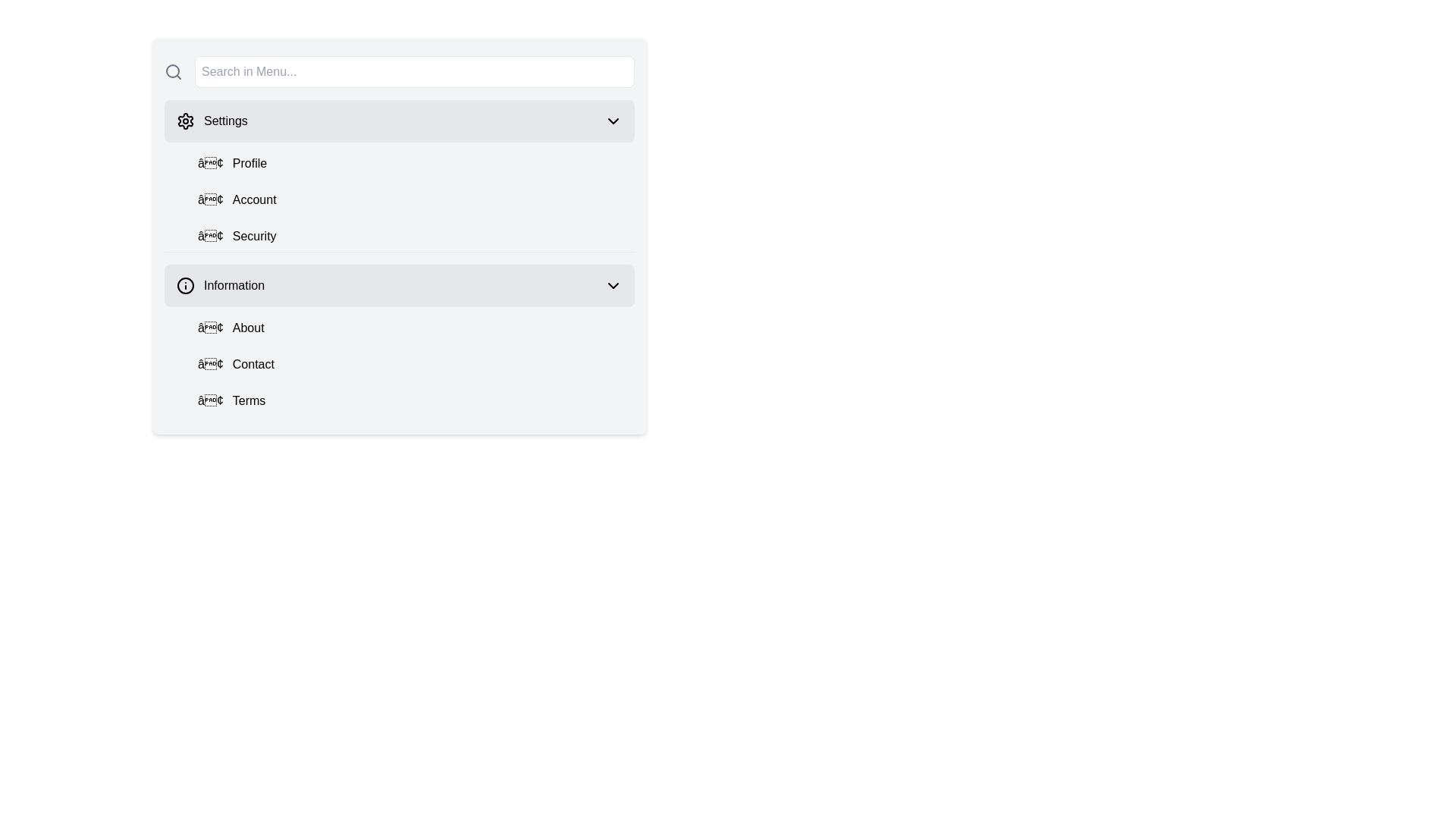 This screenshot has height=819, width=1456. Describe the element at coordinates (400, 164) in the screenshot. I see `the navigation button located in the 'Settings' section` at that location.